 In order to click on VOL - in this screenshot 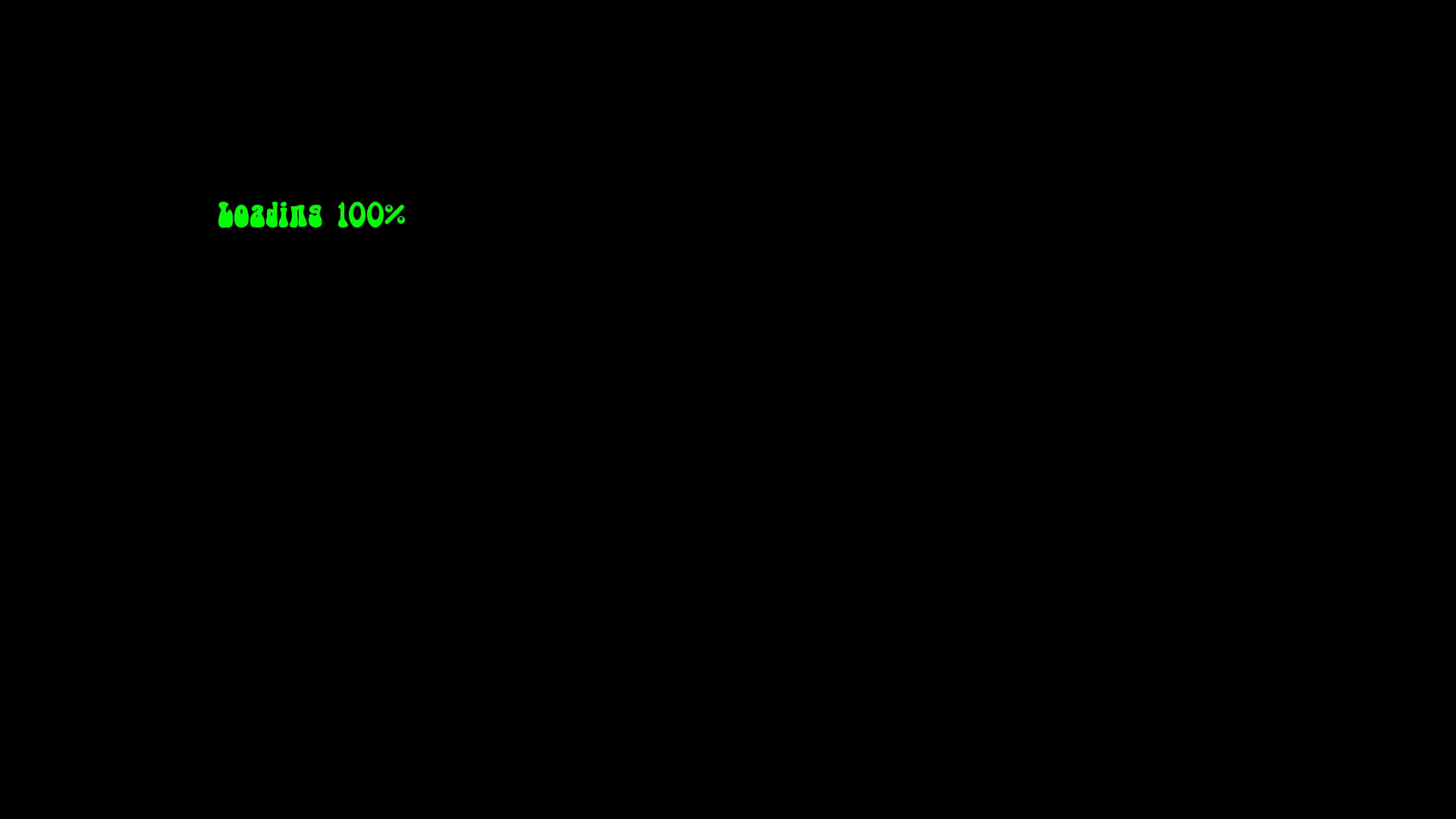, I will do `click(501, 304)`.